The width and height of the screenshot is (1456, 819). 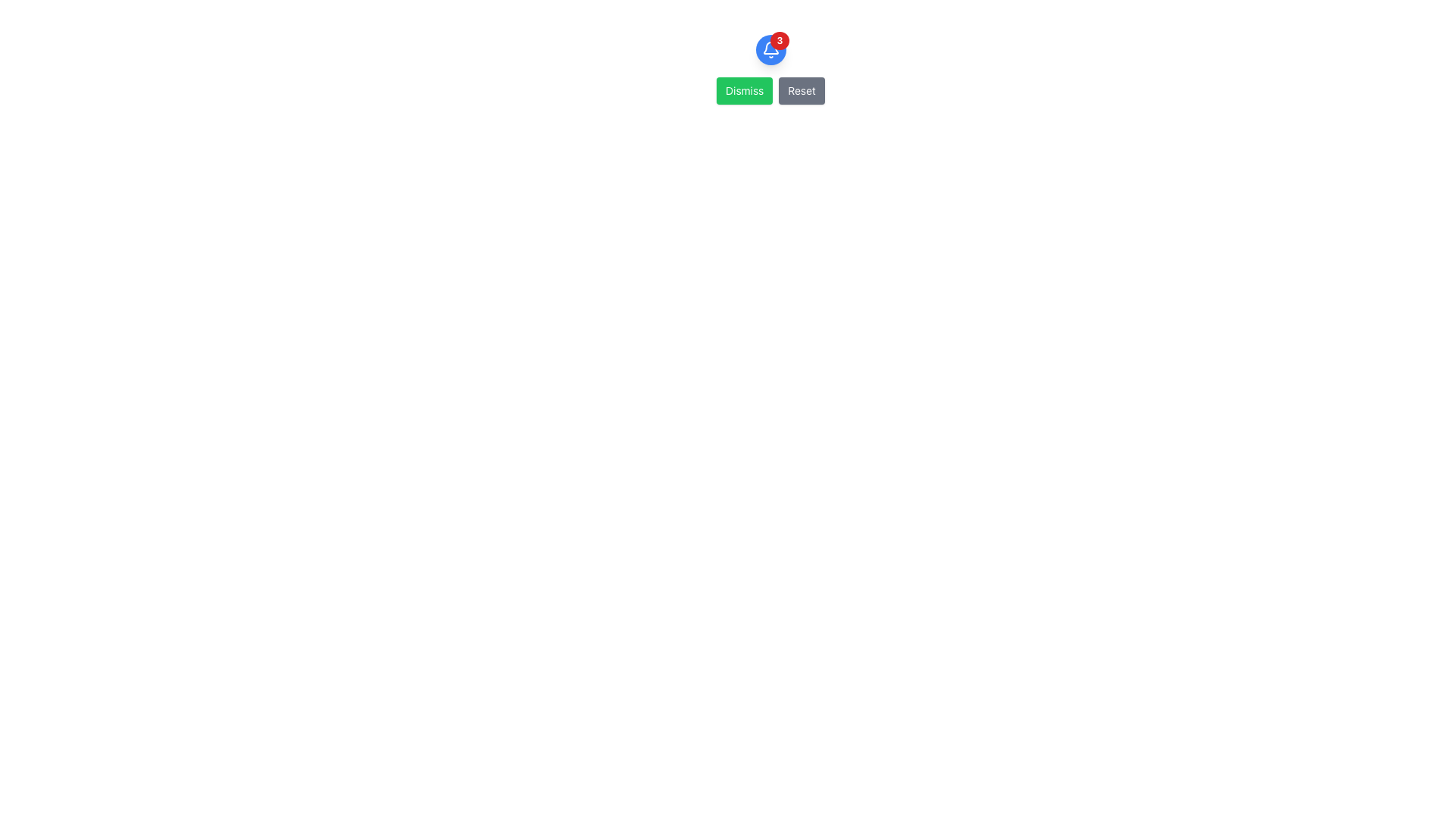 I want to click on the Notification badge, which is a small circular badge with a bright red background and the number '3' displayed in bold white text, positioned at the upper-right corner of a blue circular button, so click(x=780, y=40).